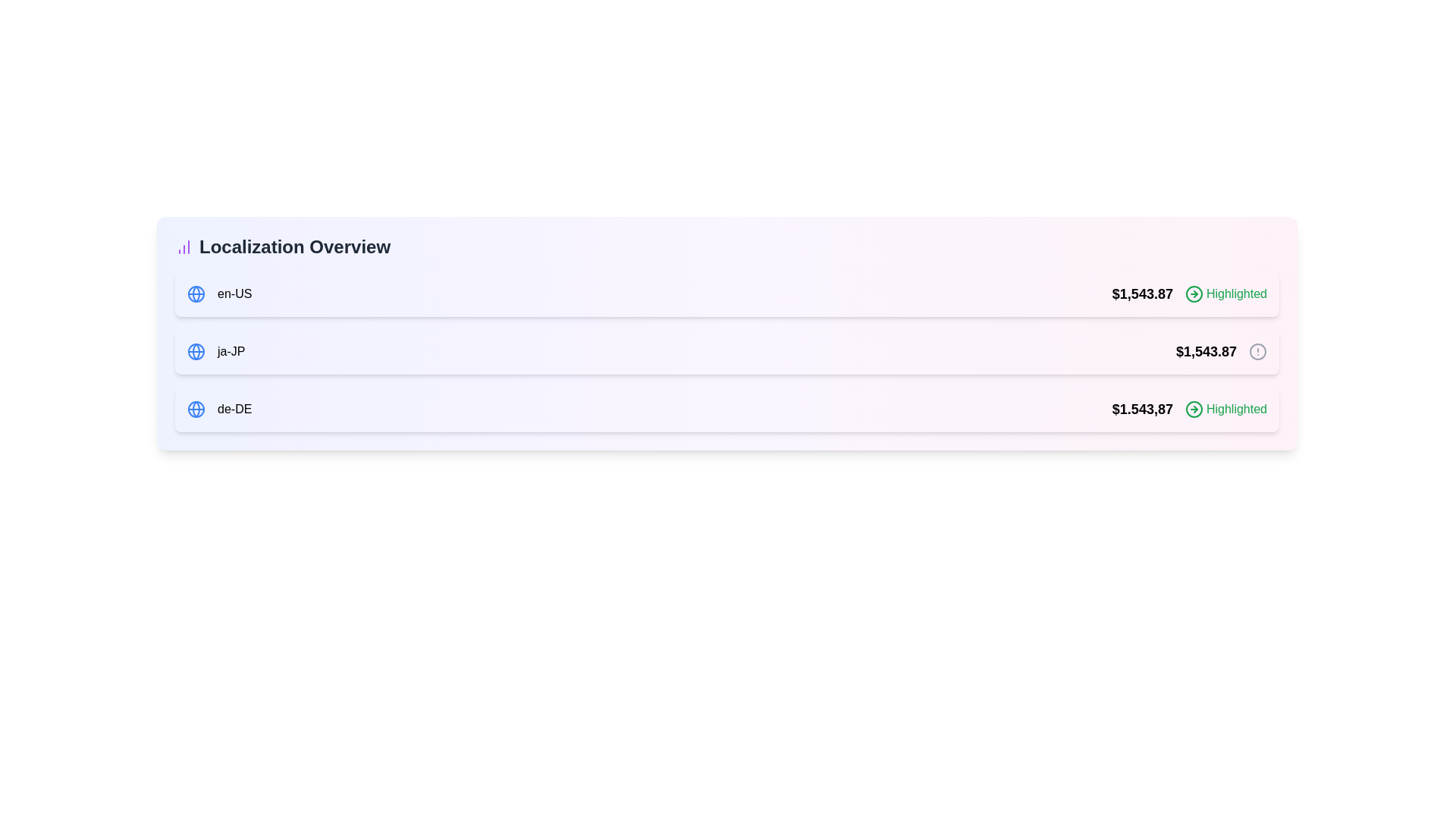 This screenshot has width=1456, height=819. I want to click on the informational label indicating the locale or language settings for German (Germany) represented by 'de-DE', which is the third item in a vertically stacked list next to a globe icon, so click(234, 409).